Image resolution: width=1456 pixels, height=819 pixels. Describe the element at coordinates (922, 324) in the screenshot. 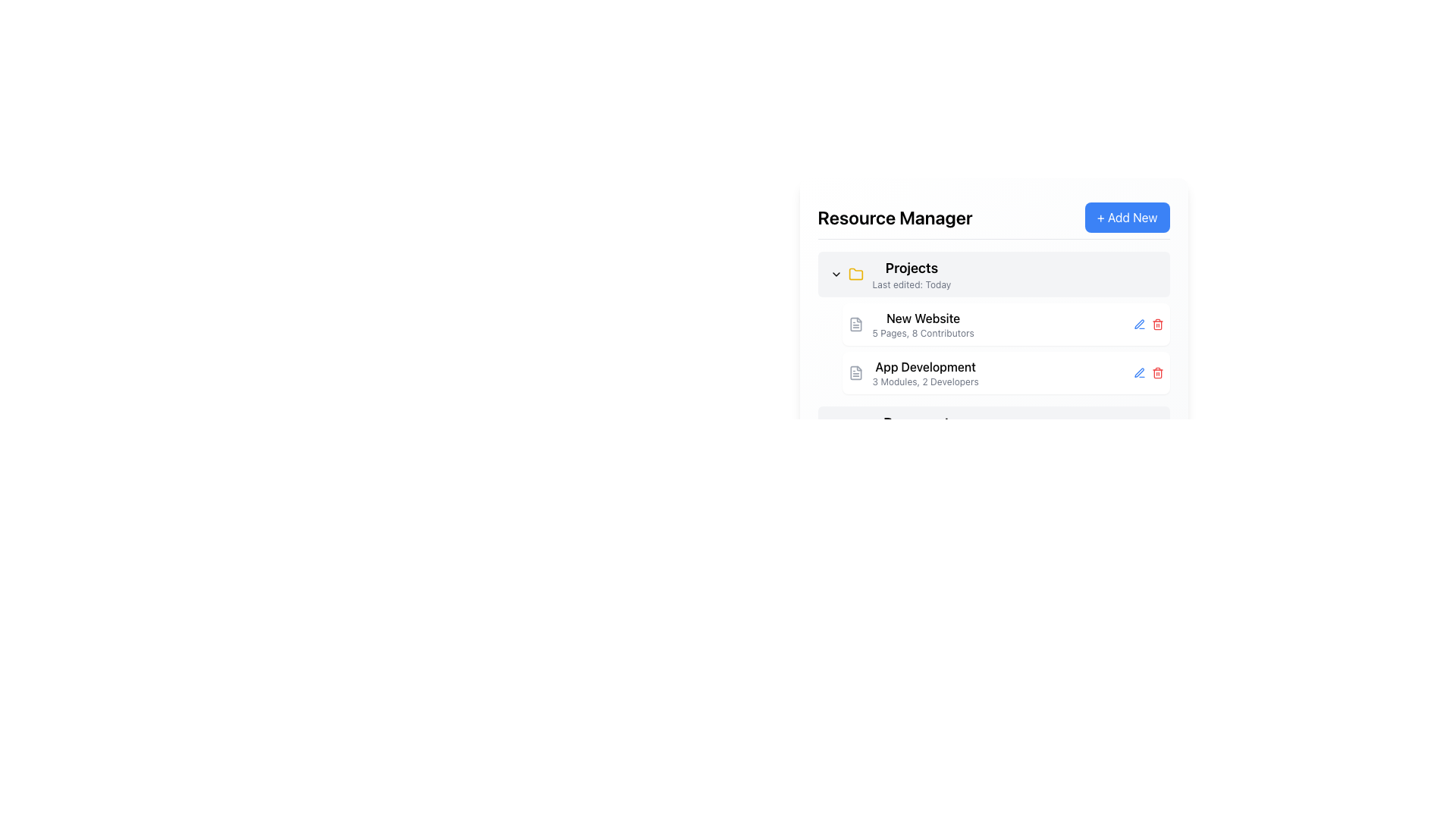

I see `the text block titled 'New Website' in the 'Projects' section of the 'Resource Manager', which displays 'New Website' in bold and '5 Pages, 8 Contributors' in a smaller font below` at that location.